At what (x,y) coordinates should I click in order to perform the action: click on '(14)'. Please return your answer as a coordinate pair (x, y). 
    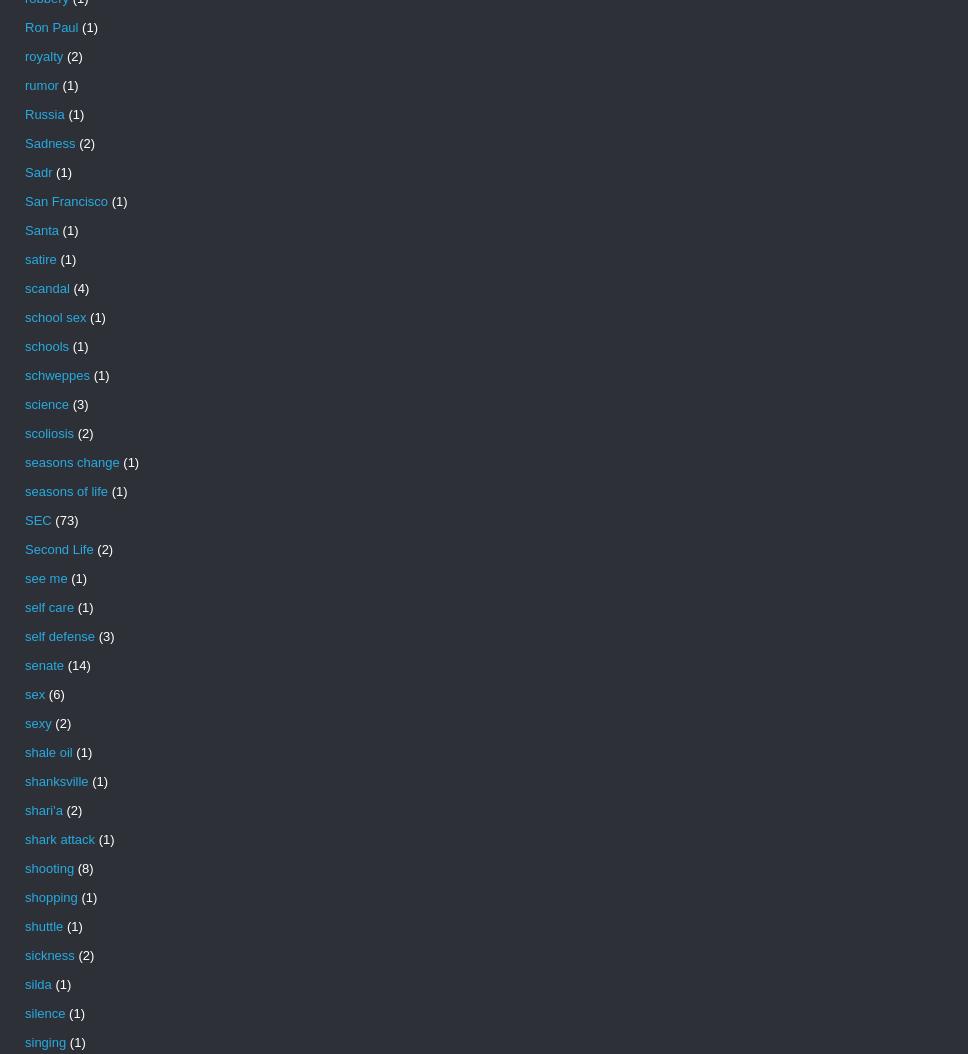
    Looking at the image, I should click on (77, 665).